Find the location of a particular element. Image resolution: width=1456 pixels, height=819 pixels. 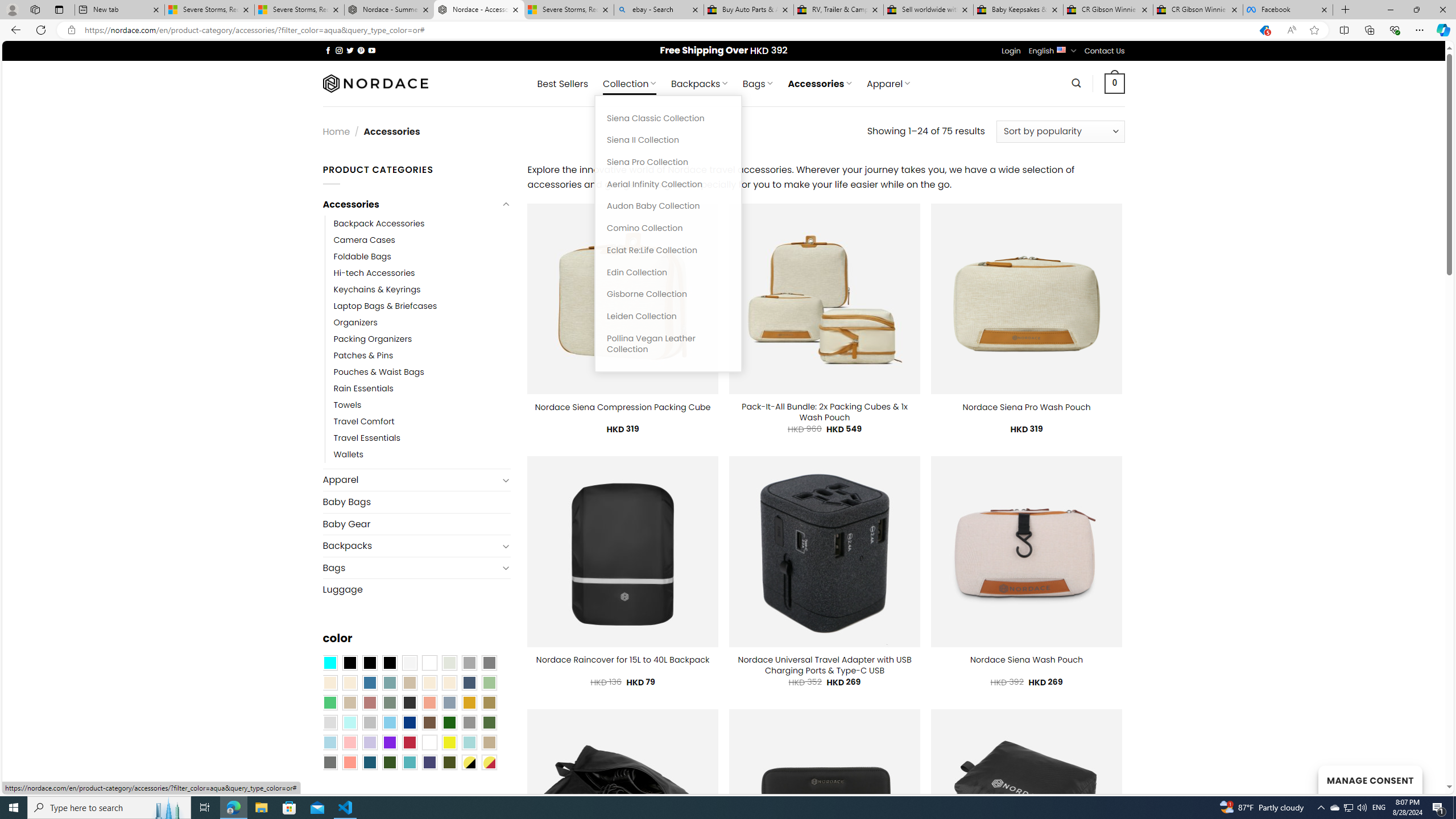

'Dull Nickle' is located at coordinates (329, 762).